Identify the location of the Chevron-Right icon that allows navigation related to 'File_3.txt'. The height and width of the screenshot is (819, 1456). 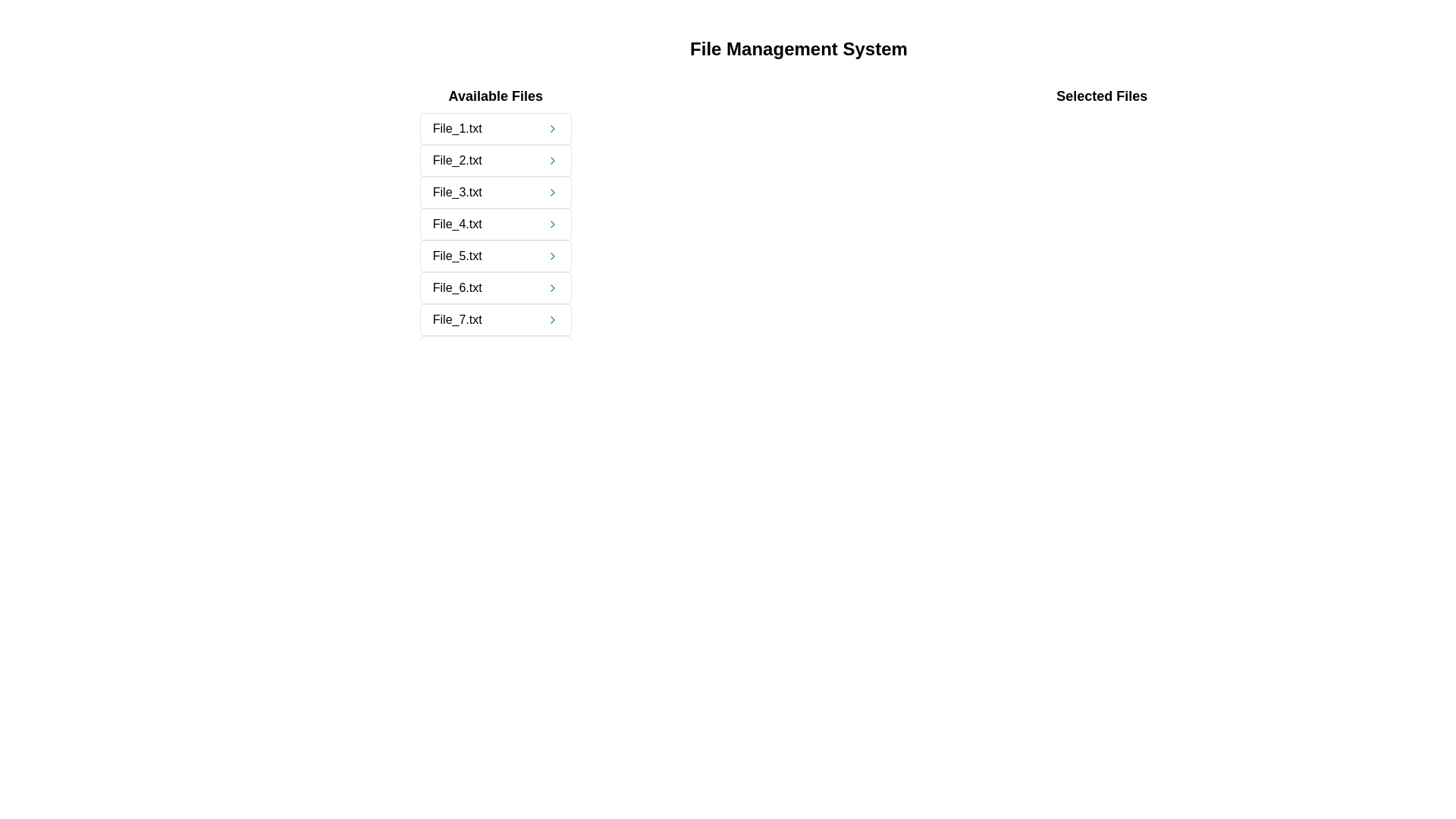
(551, 192).